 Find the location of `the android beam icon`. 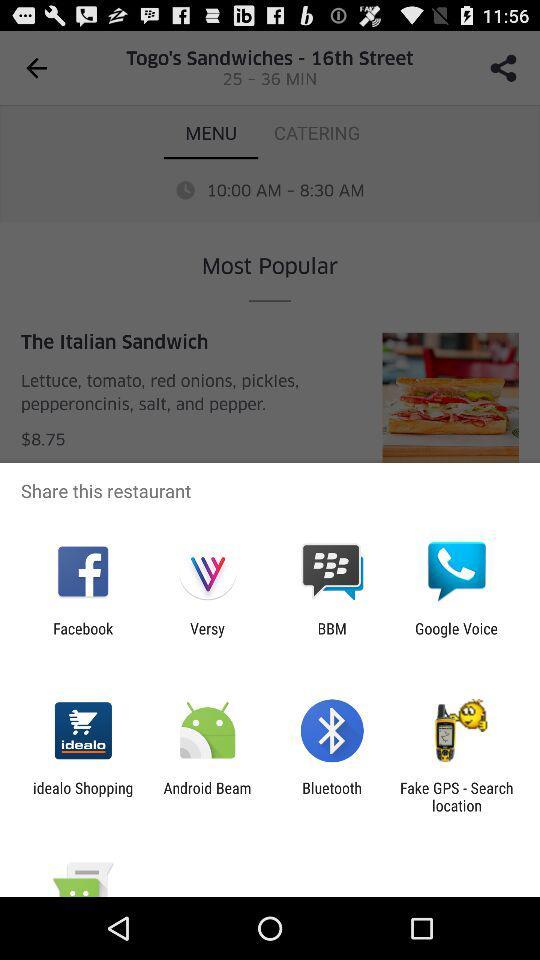

the android beam icon is located at coordinates (206, 796).